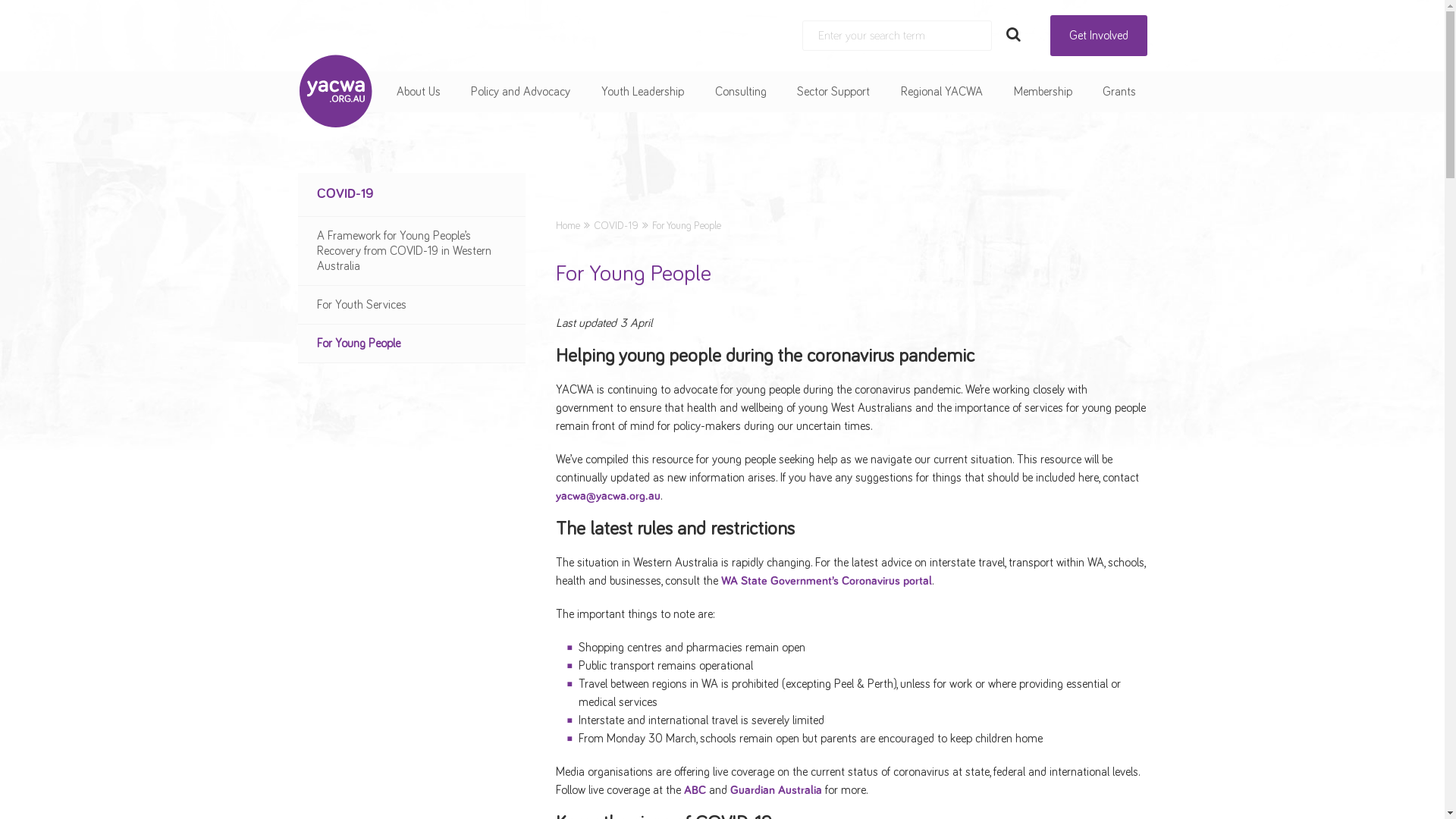  What do you see at coordinates (411, 304) in the screenshot?
I see `'For Youth Services'` at bounding box center [411, 304].